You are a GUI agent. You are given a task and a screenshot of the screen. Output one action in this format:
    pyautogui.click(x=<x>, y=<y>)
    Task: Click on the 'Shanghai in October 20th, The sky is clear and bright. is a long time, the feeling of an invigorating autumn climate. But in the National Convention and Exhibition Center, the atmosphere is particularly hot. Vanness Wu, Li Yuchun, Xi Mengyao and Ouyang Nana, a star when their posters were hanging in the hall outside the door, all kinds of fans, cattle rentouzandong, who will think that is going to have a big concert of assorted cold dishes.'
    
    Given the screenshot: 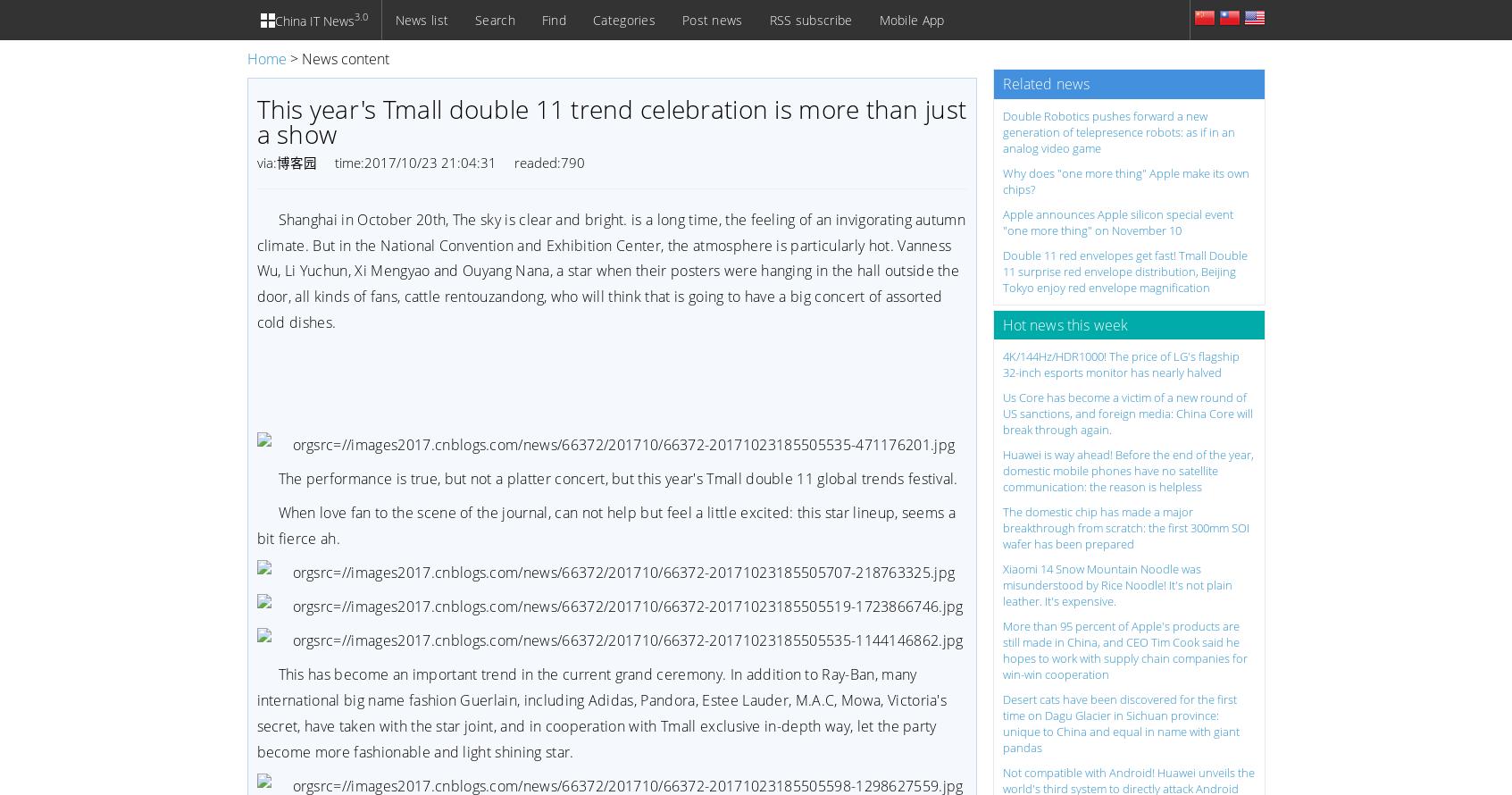 What is the action you would take?
    pyautogui.click(x=255, y=270)
    